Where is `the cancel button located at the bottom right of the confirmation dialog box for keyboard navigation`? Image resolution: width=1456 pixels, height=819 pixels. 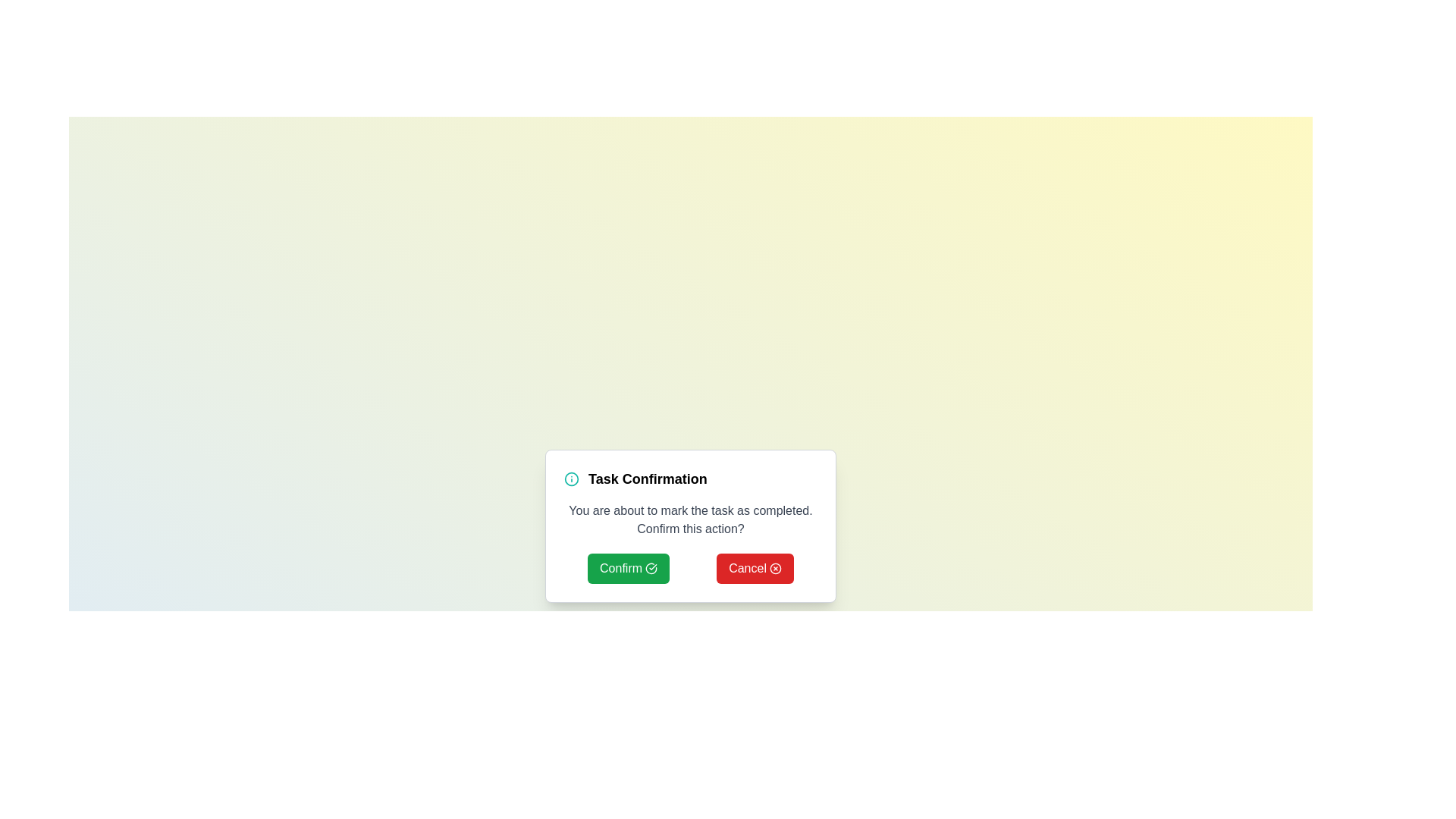 the cancel button located at the bottom right of the confirmation dialog box for keyboard navigation is located at coordinates (755, 568).